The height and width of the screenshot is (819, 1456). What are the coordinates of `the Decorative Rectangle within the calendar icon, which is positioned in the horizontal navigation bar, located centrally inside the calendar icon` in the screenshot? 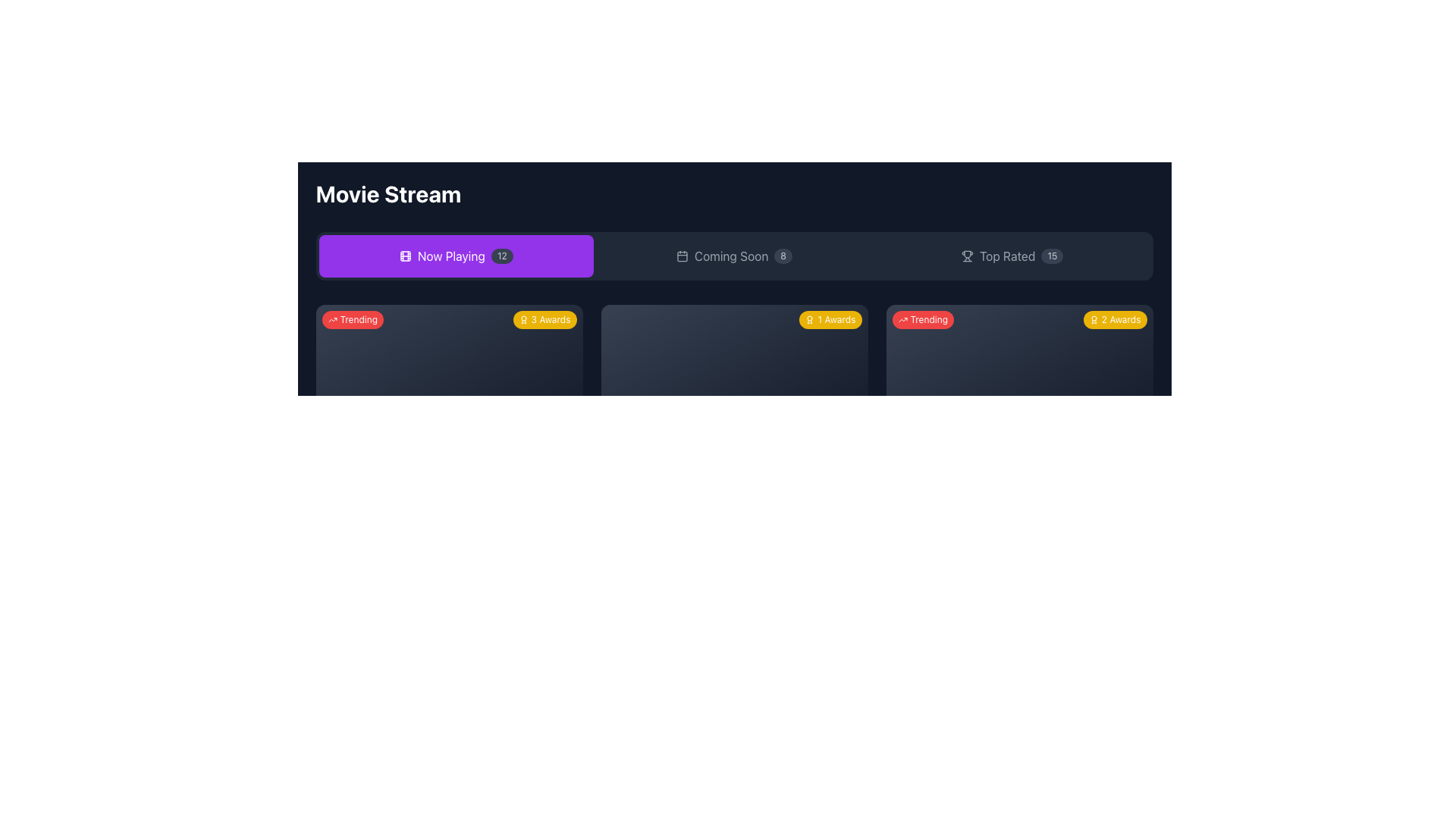 It's located at (681, 256).